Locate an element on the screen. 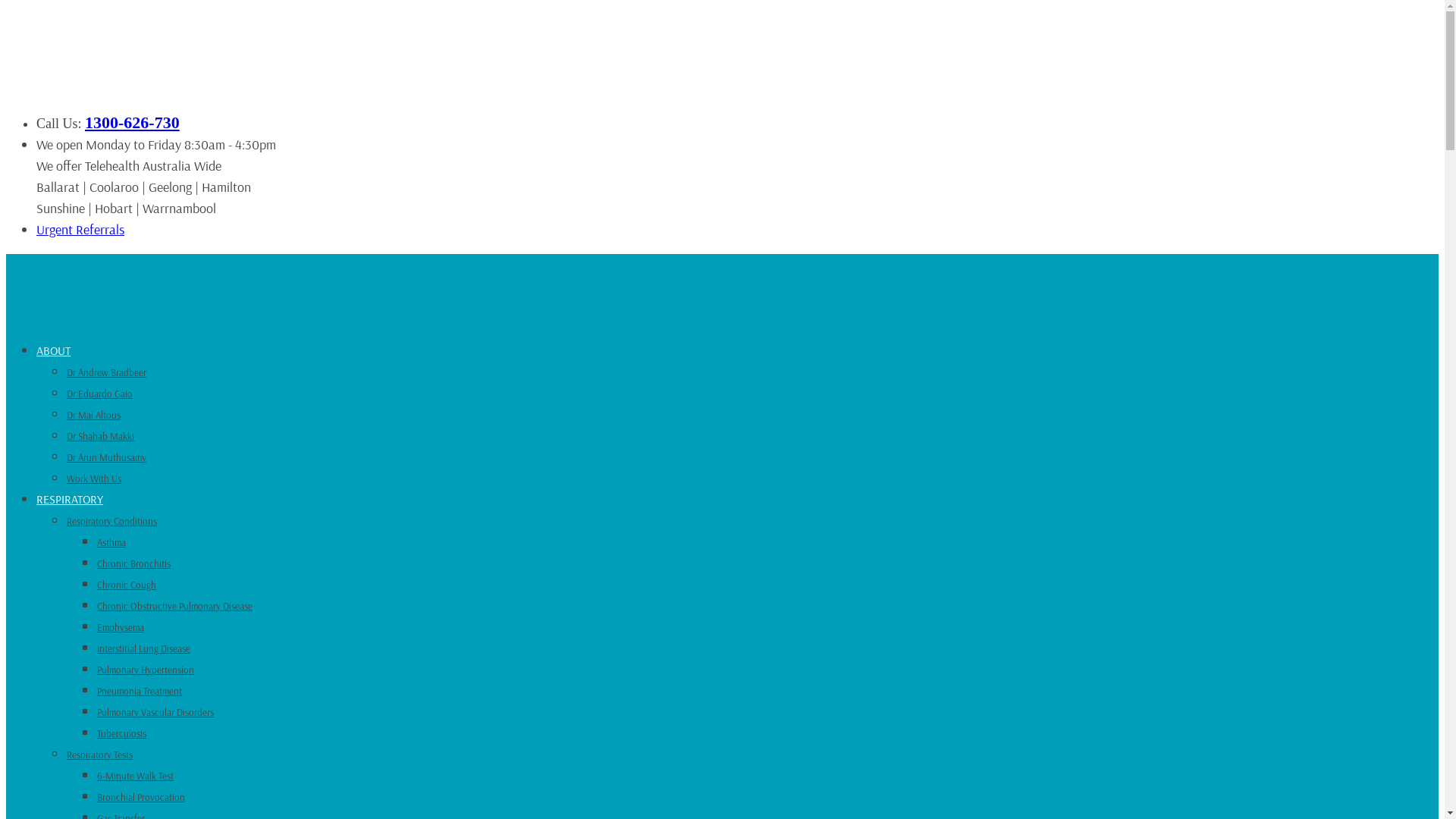 The image size is (1456, 819). 'RESPIRATORY' is located at coordinates (68, 499).